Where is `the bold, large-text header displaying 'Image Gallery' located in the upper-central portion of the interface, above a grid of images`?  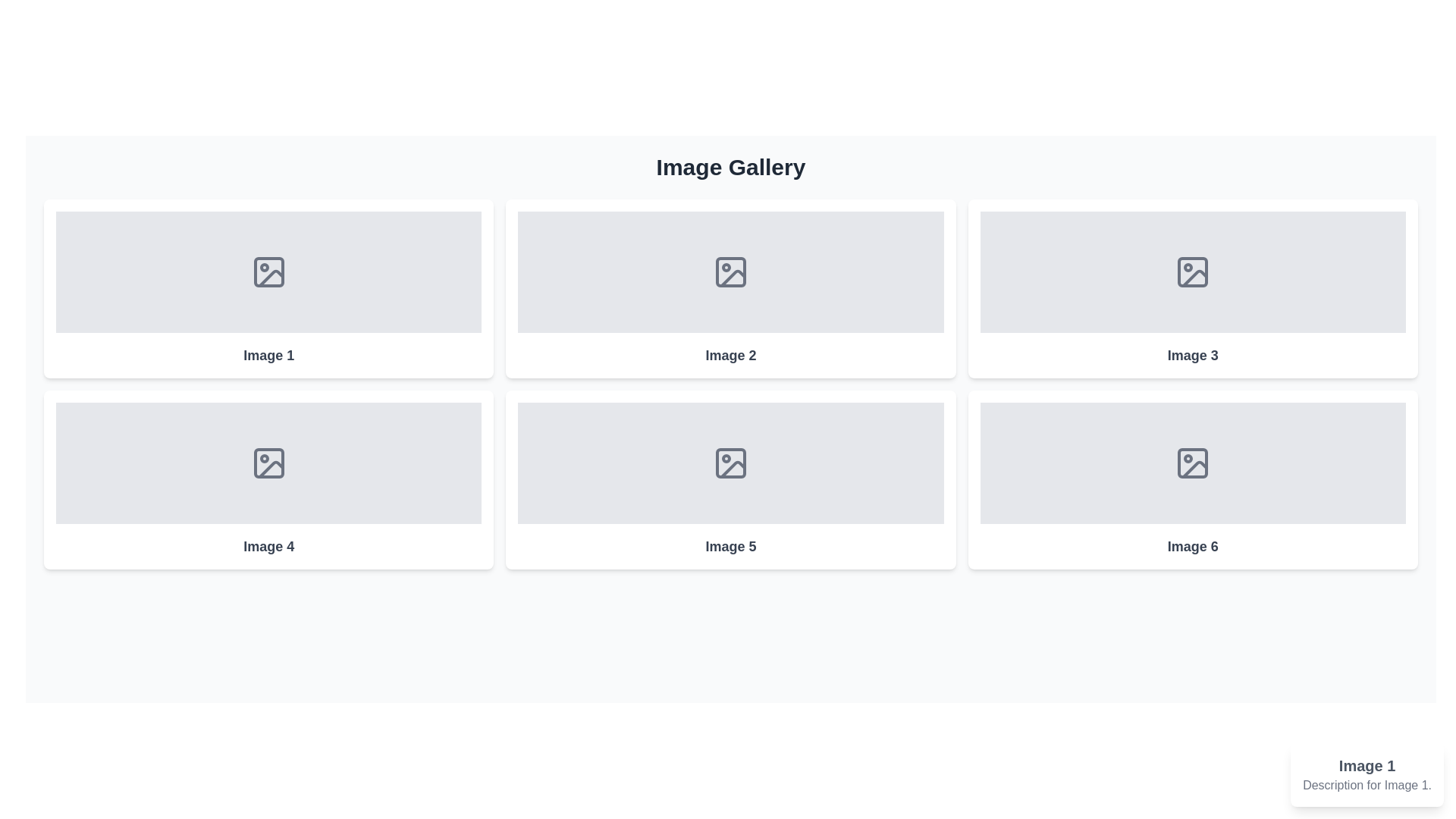
the bold, large-text header displaying 'Image Gallery' located in the upper-central portion of the interface, above a grid of images is located at coordinates (731, 167).